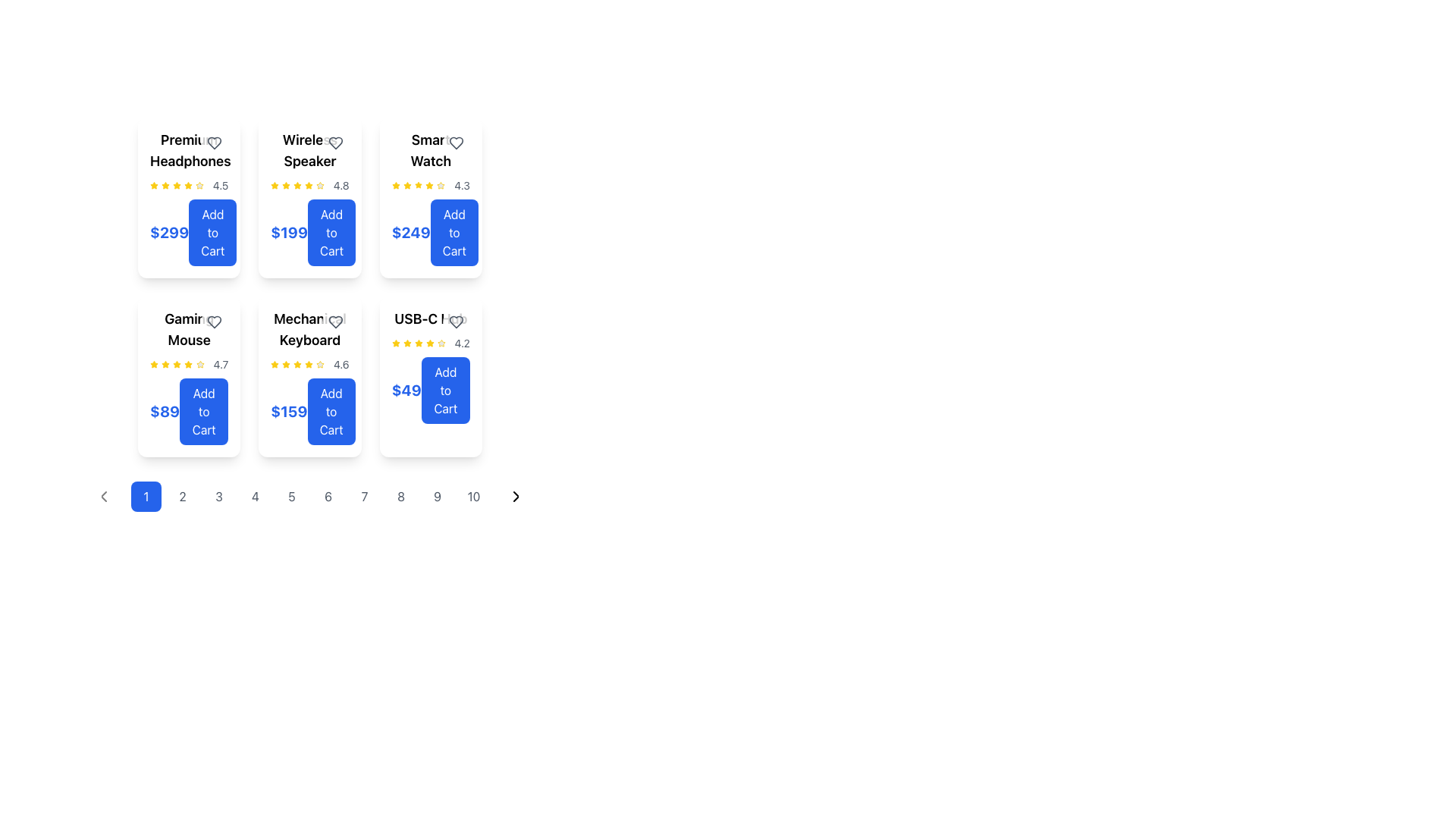  What do you see at coordinates (203, 412) in the screenshot?
I see `the 'Add to Cart' button for the Gaming Mouse located in the bottom-left card of the grid layout` at bounding box center [203, 412].